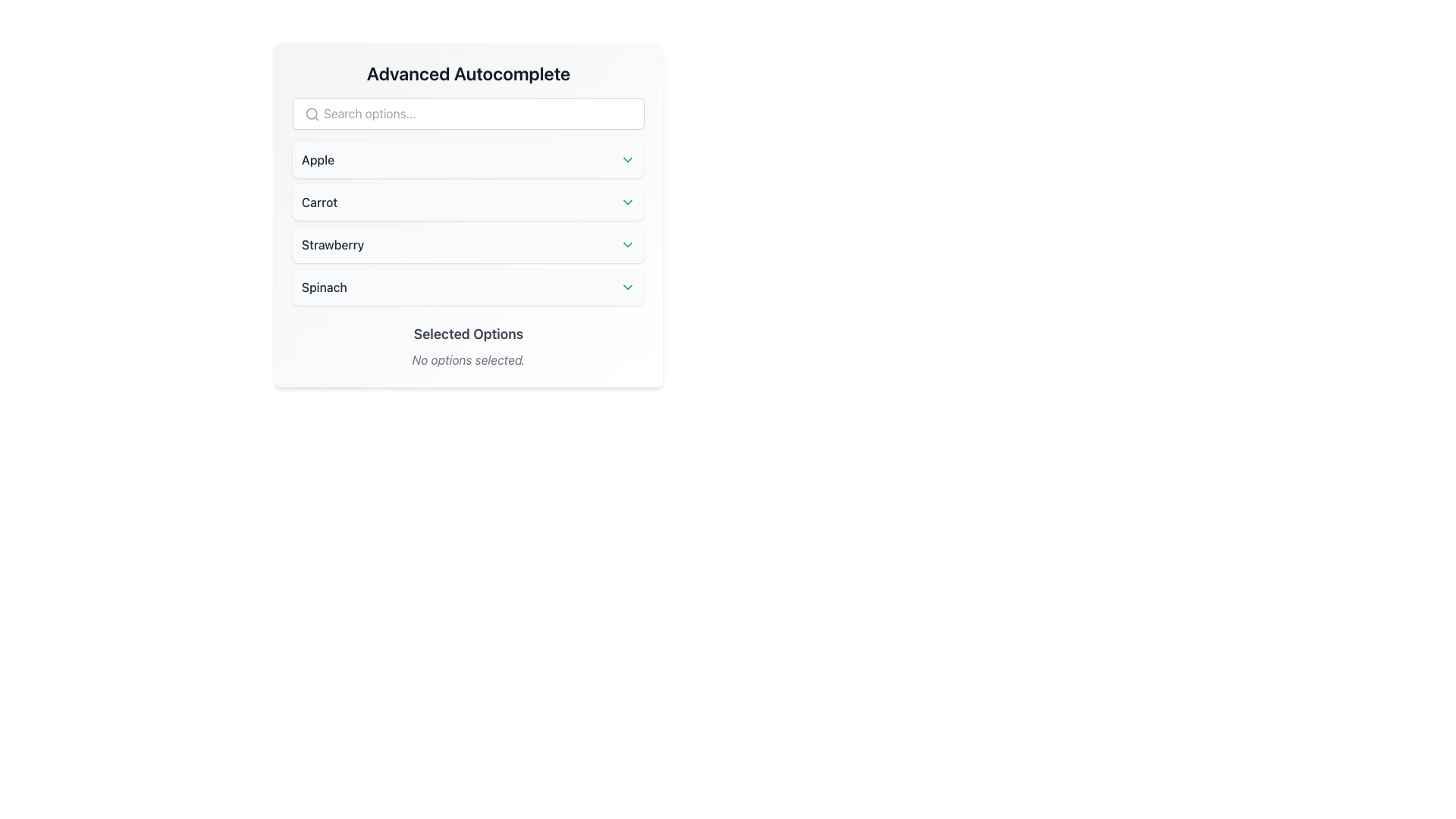  Describe the element at coordinates (468, 287) in the screenshot. I see `the Interactive List Item labeled 'Spinach'` at that location.